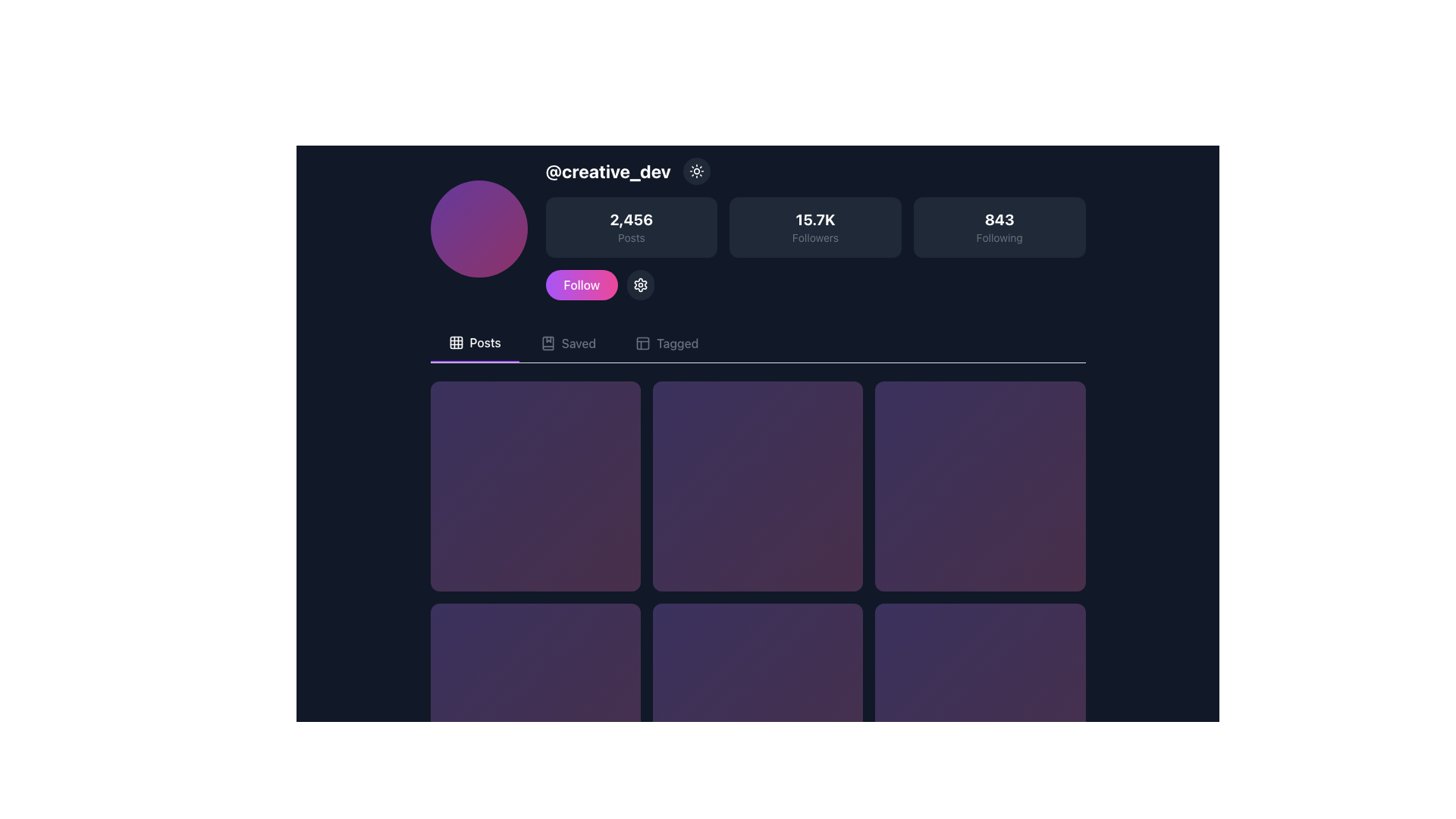 This screenshot has width=1456, height=819. I want to click on the text label displaying the identifier or username of the profile being viewed, located in the upper-middle part of the interface, next to the profile picture and an interactive button, so click(608, 171).